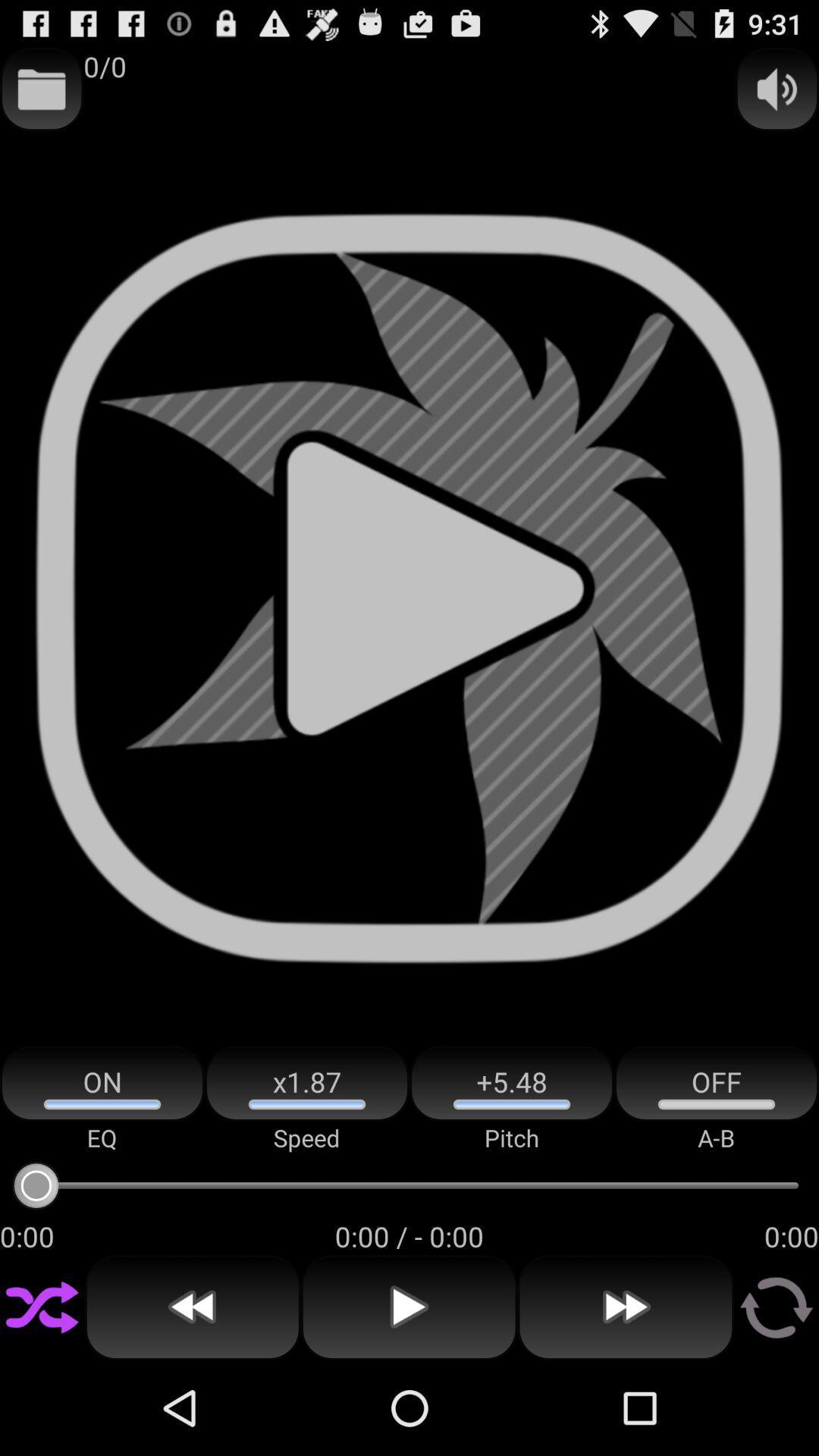 The width and height of the screenshot is (819, 1456). I want to click on the item below 0 00 0 icon, so click(408, 1307).